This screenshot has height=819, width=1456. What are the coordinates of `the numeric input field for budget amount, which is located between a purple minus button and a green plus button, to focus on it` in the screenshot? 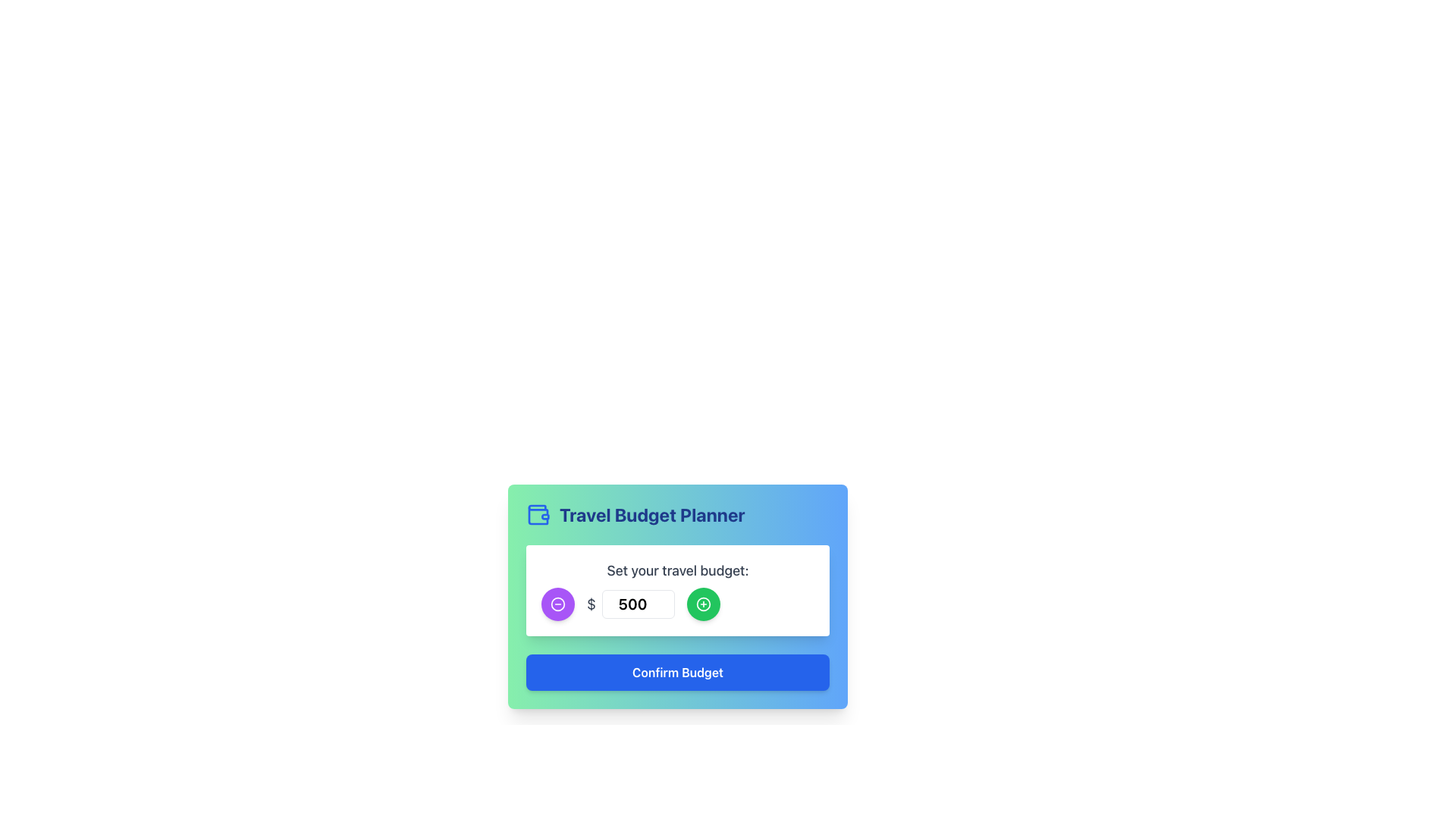 It's located at (630, 604).